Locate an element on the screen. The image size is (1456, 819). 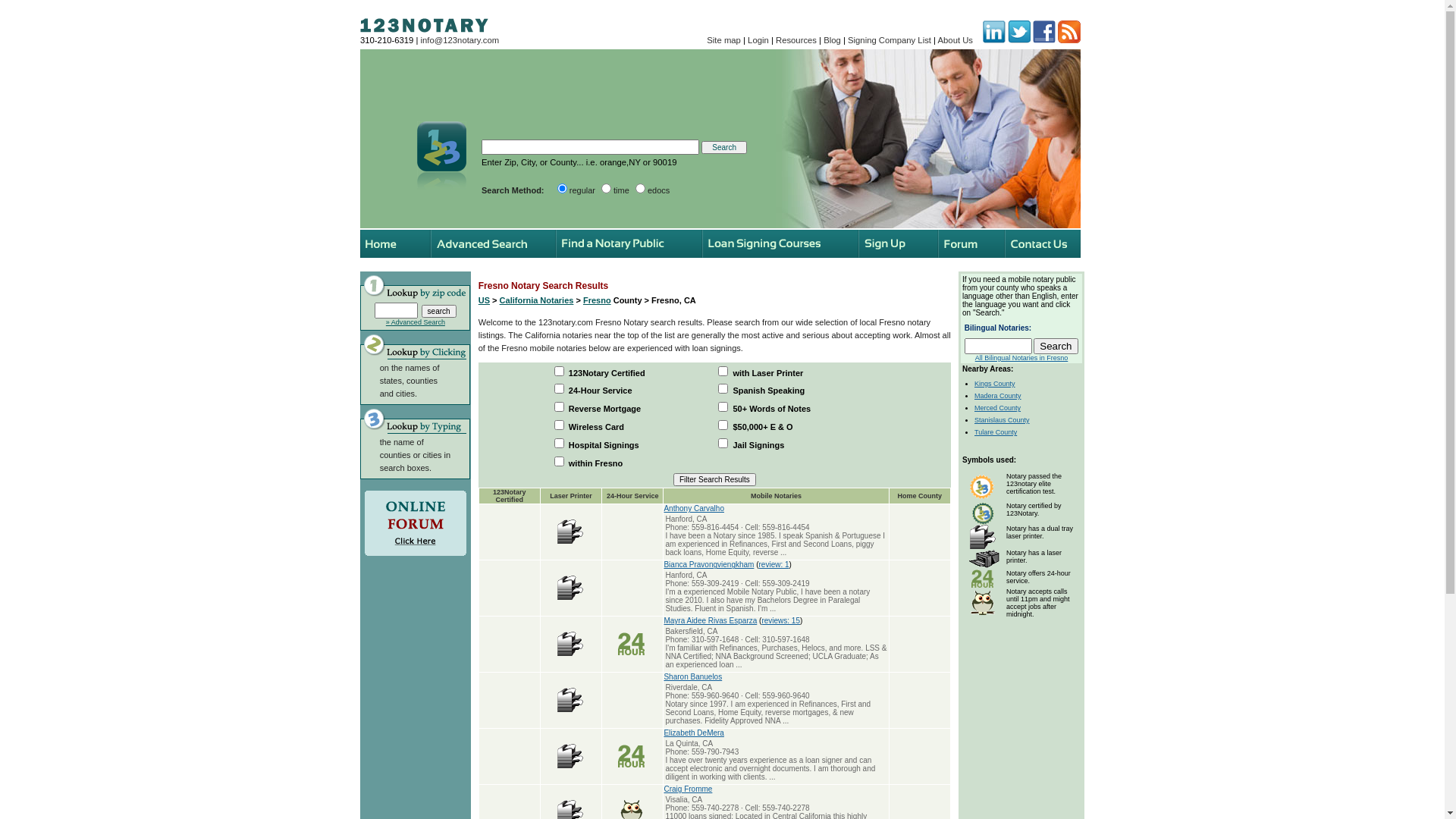
'Bianca Pravongviengkham' is located at coordinates (663, 564).